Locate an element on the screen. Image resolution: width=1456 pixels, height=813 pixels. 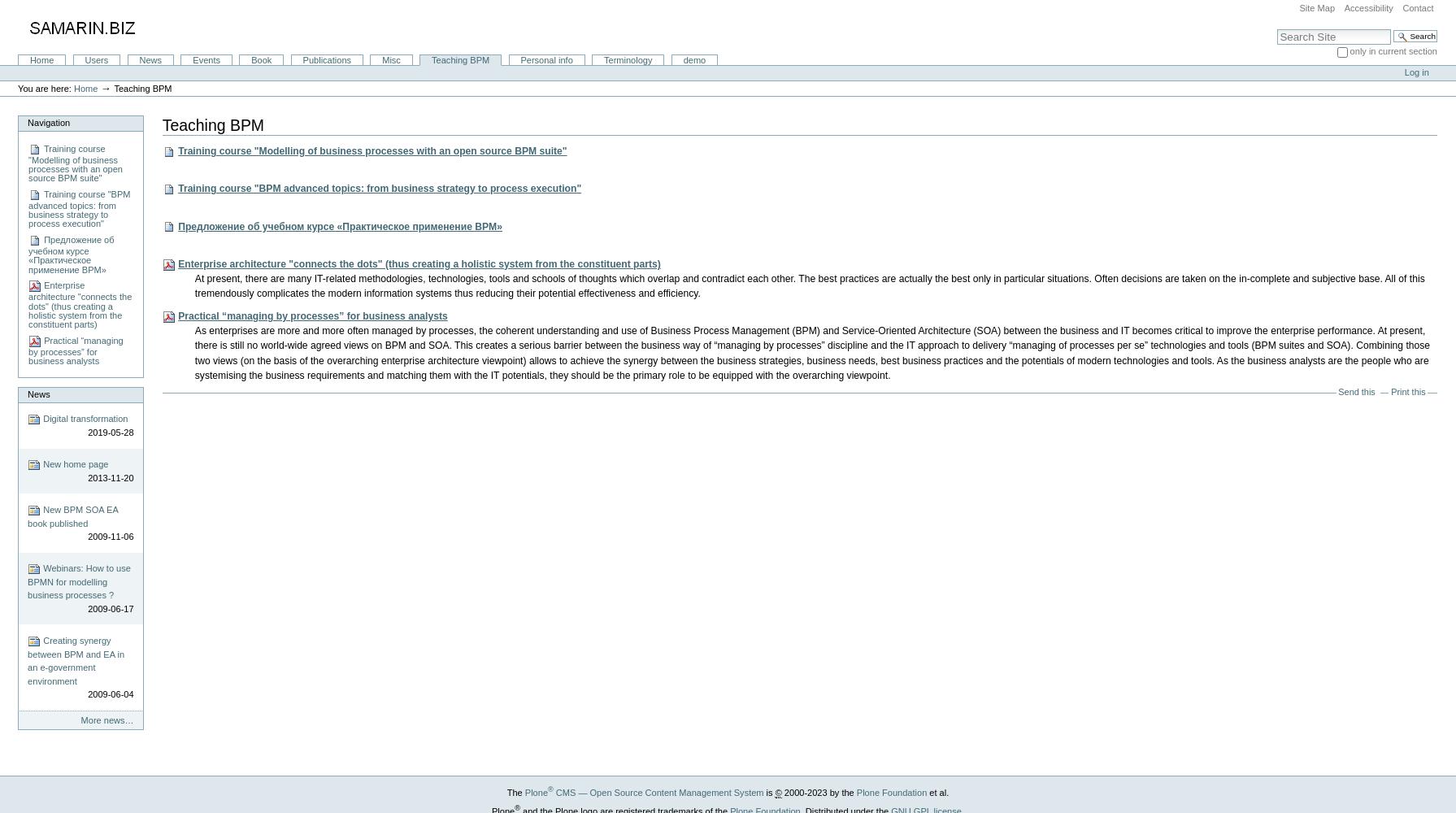
'Log in' is located at coordinates (1415, 72).